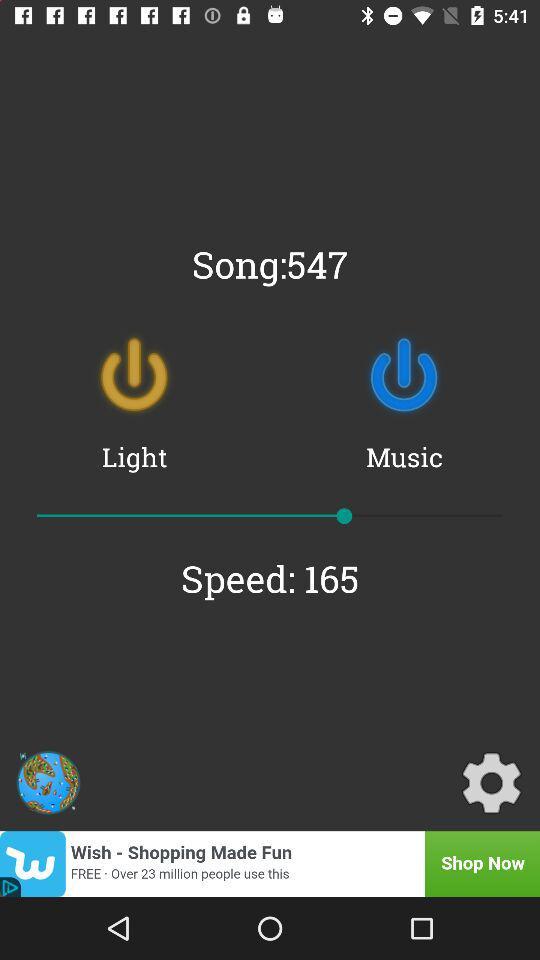  I want to click on the avatar icon, so click(48, 782).